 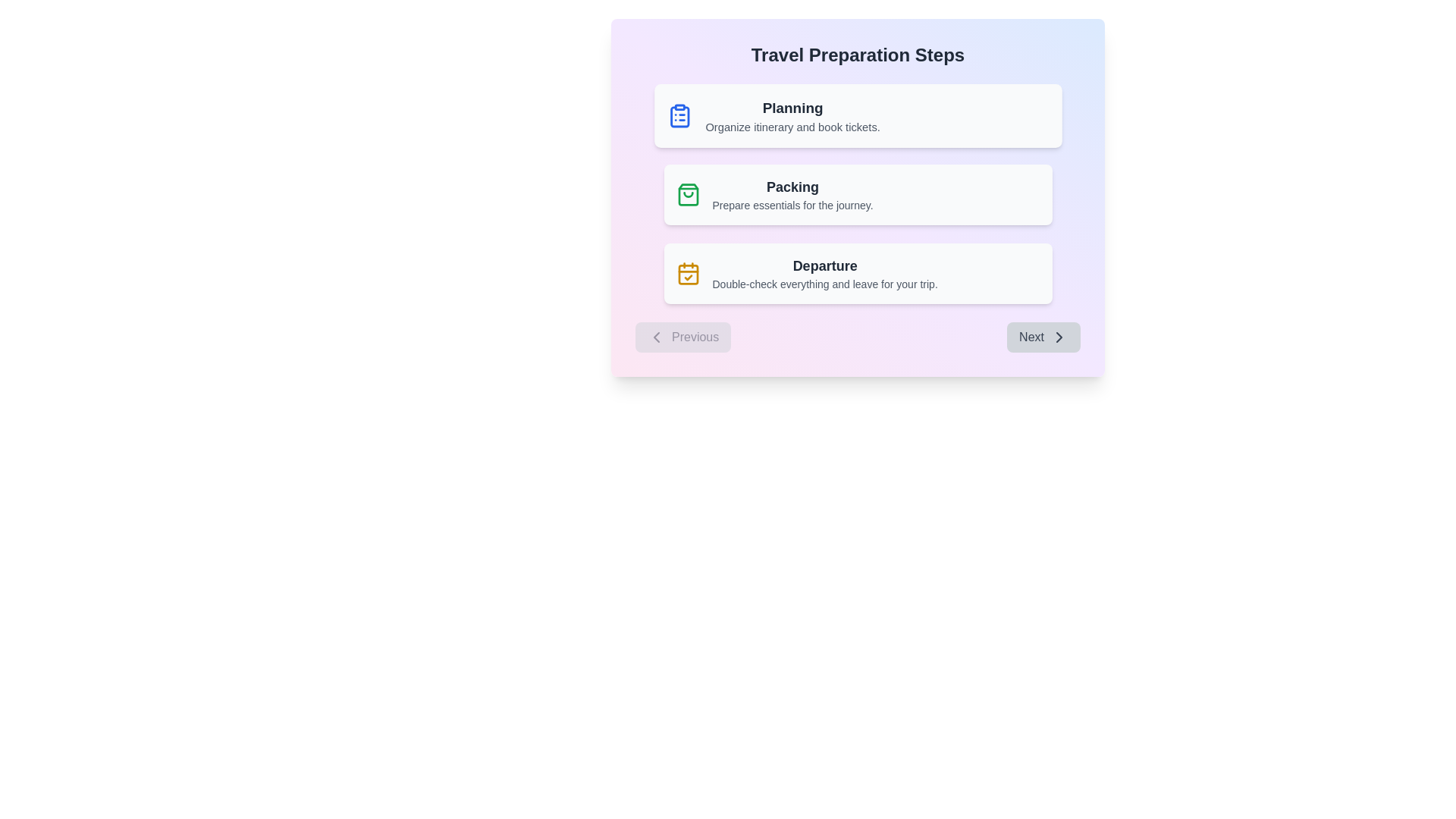 I want to click on the 'Planning' step text label that provides information about organizing the itinerary and booking tickets, located at the top of the list of steps in the 'Travel Preparation Steps' section, so click(x=792, y=115).